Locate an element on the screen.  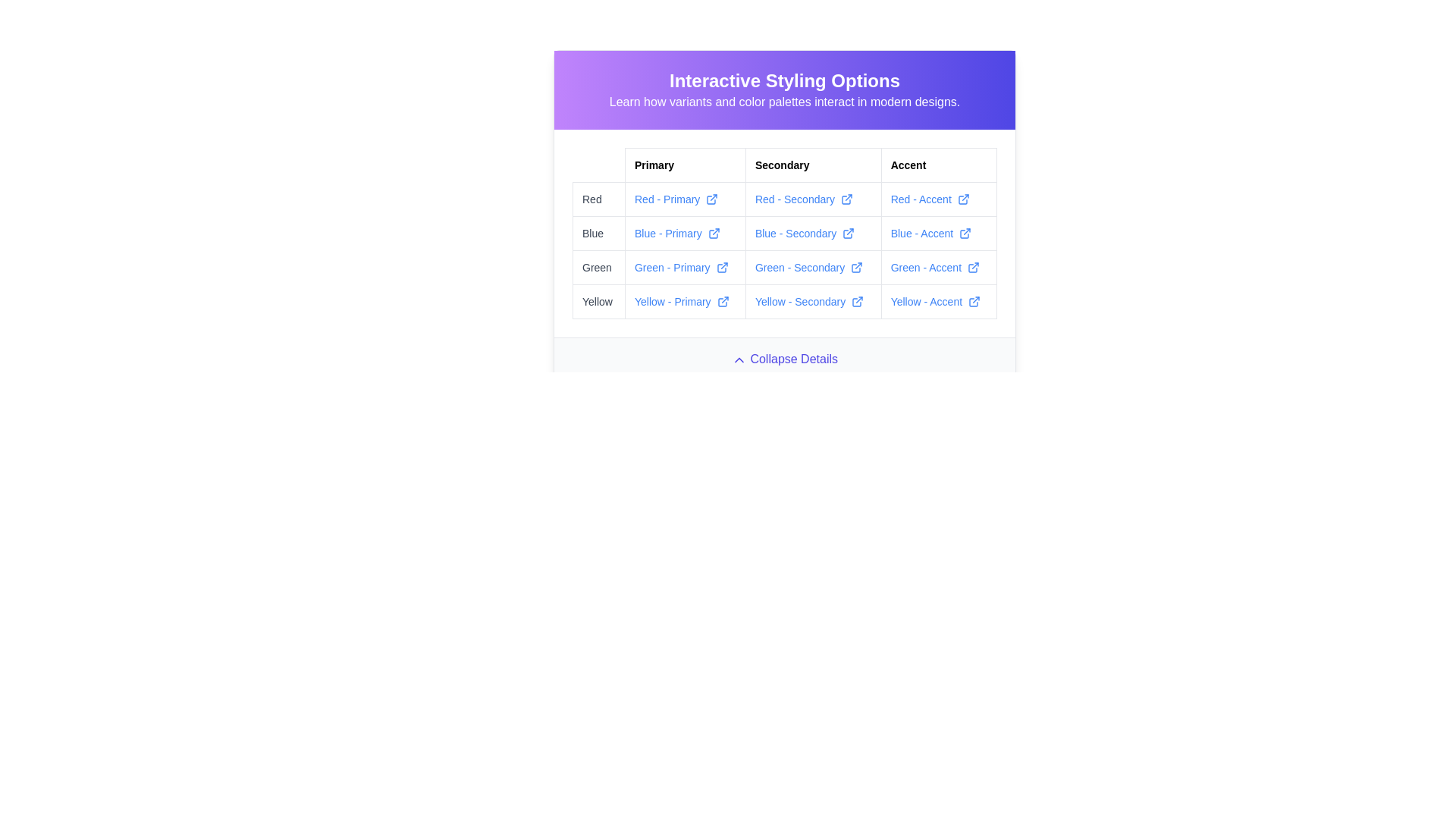
the hyperlink labeled 'Red - Secondary' which is styled in blue and underlined on hover, located in the 'Secondary' column of the 'Red' row is located at coordinates (812, 198).